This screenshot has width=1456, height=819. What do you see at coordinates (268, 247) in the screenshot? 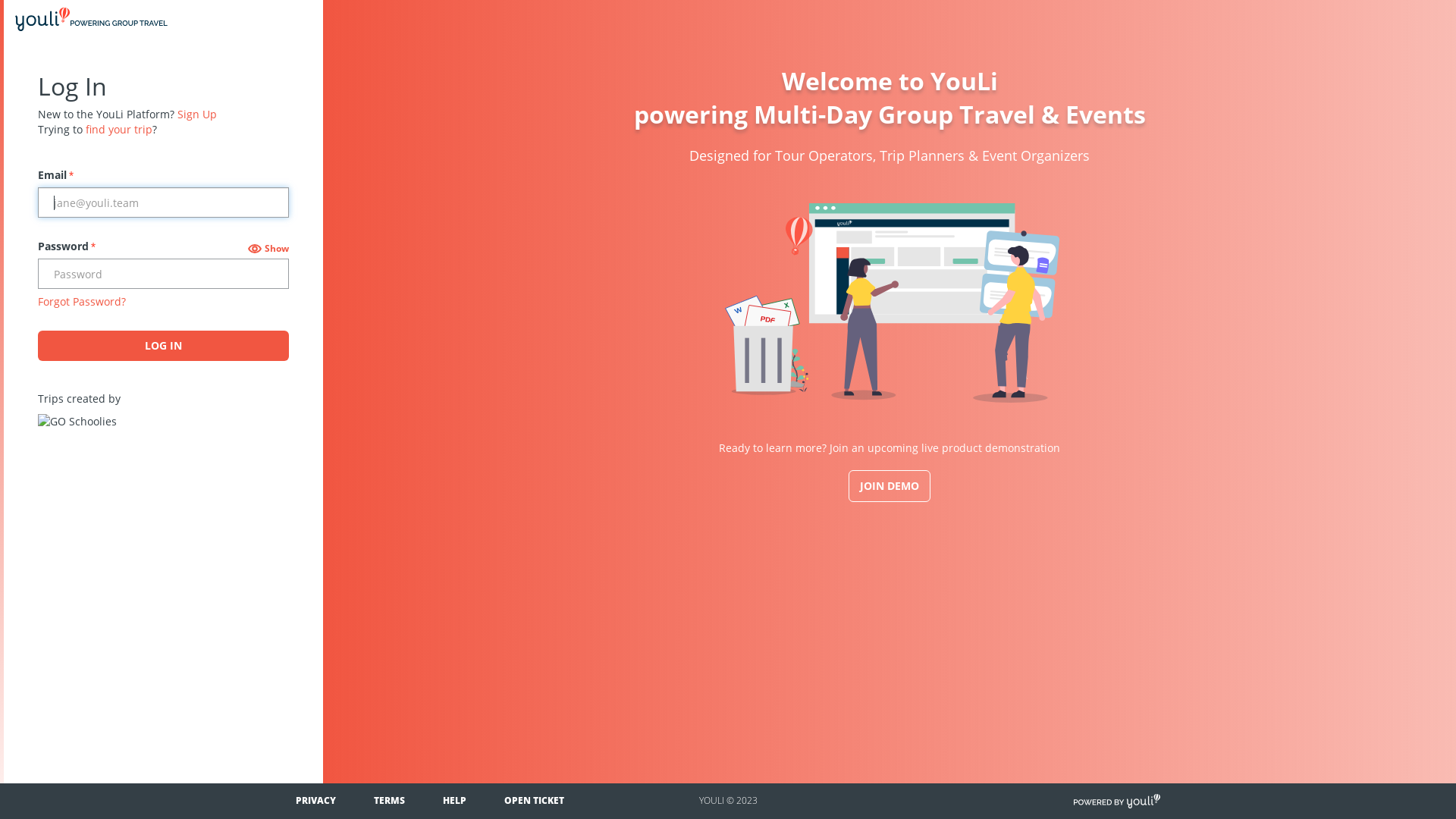
I see `'Show'` at bounding box center [268, 247].